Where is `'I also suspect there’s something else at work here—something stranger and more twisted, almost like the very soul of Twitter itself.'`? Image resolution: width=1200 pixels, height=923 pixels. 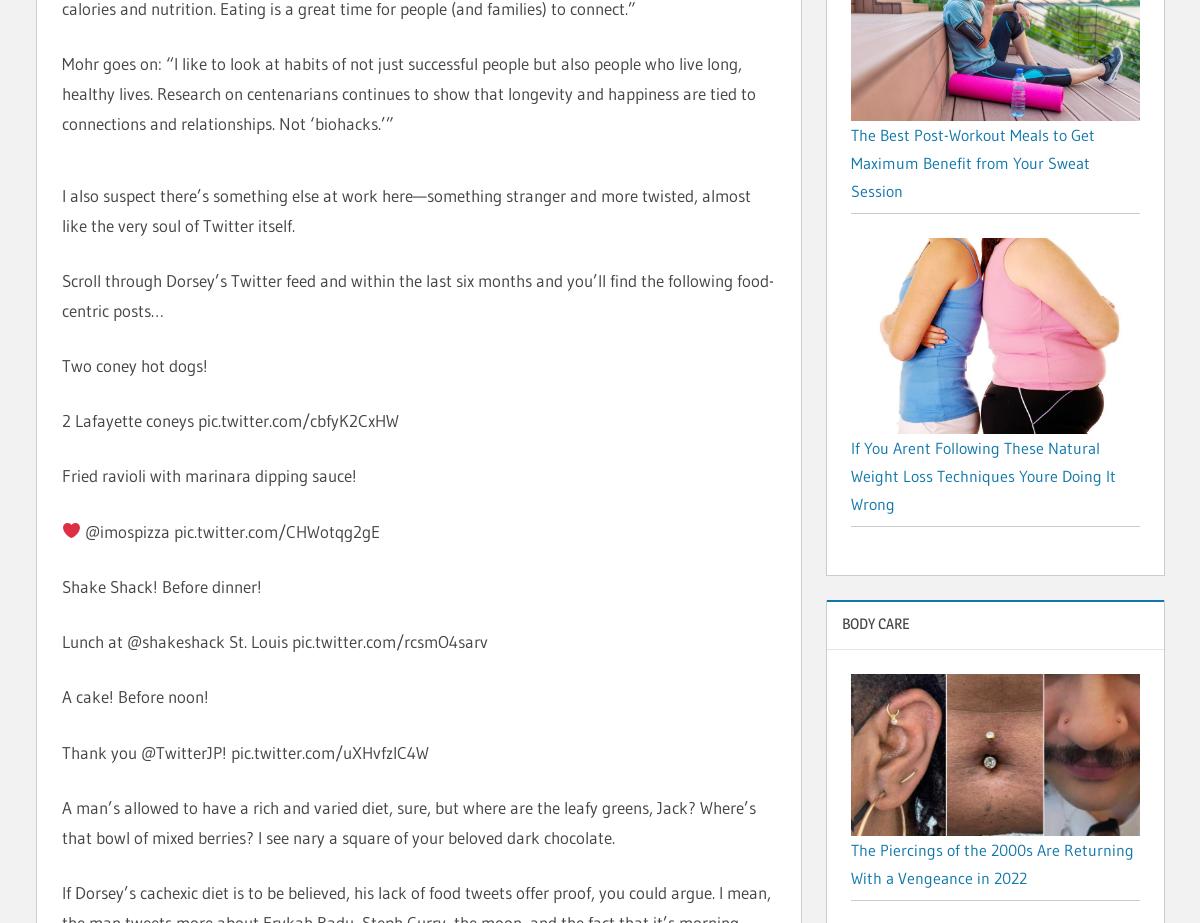 'I also suspect there’s something else at work here—something stranger and more twisted, almost like the very soul of Twitter itself.' is located at coordinates (406, 209).